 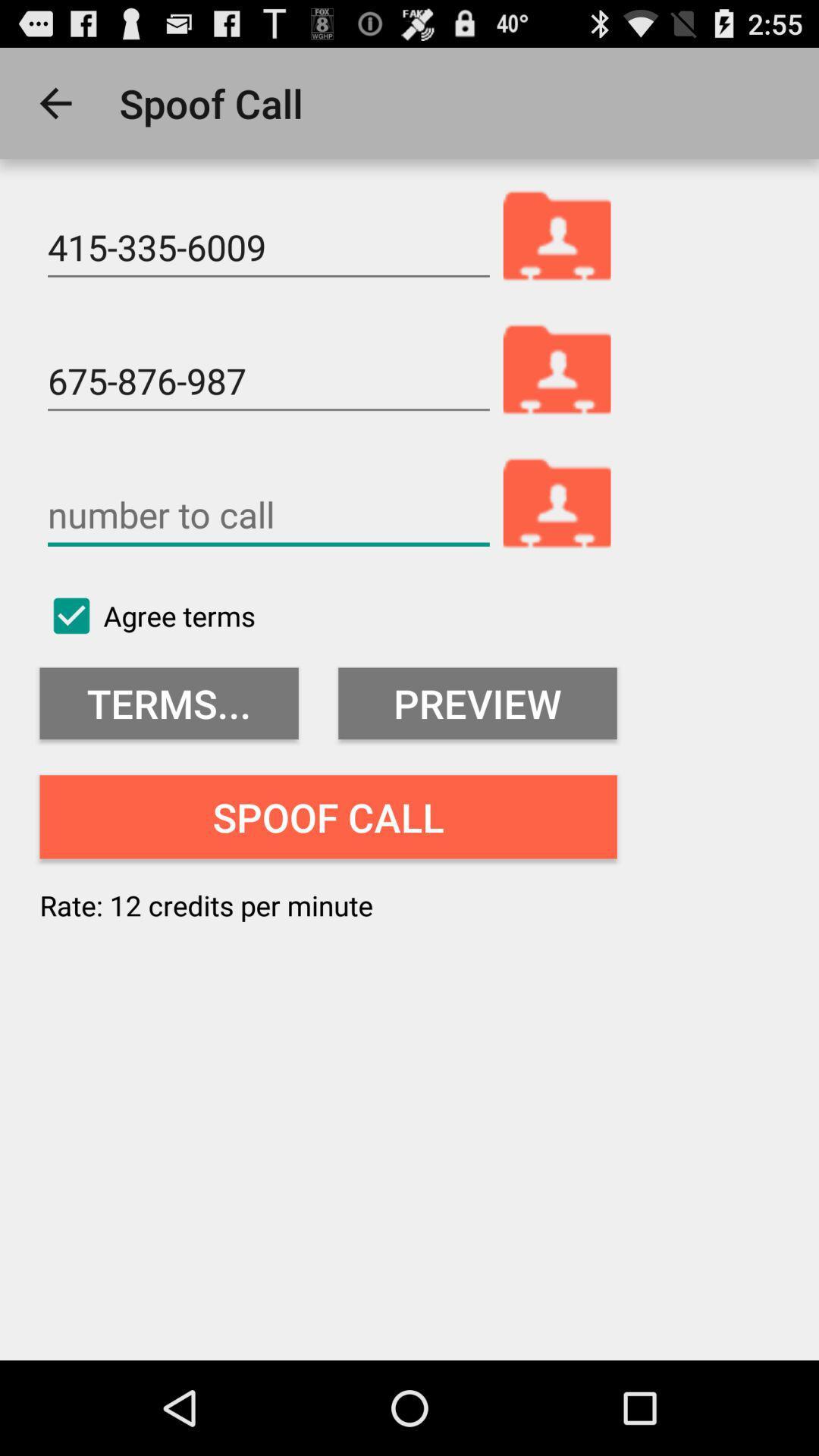 I want to click on the folder icon, so click(x=557, y=399).